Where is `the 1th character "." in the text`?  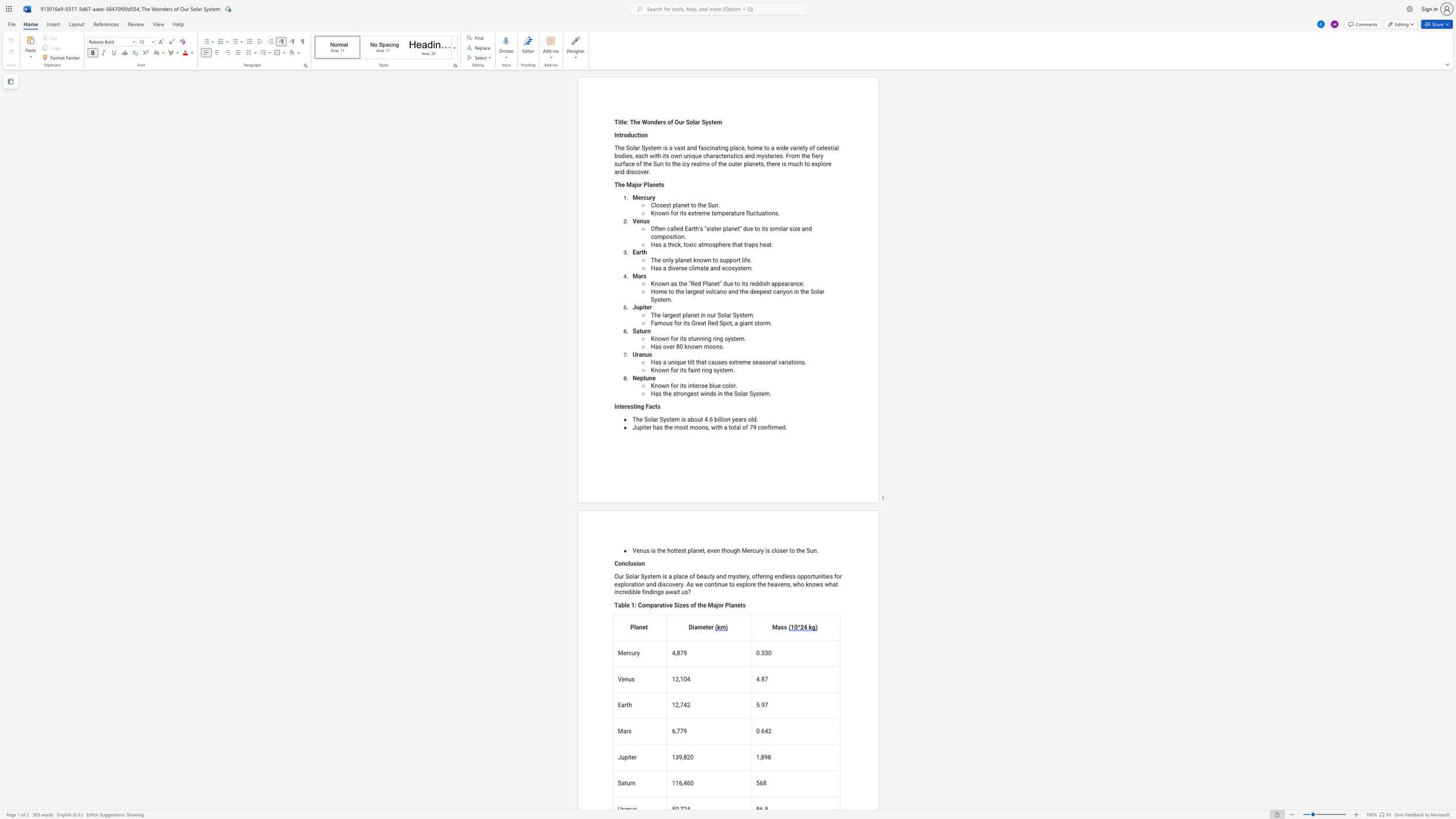 the 1th character "." in the text is located at coordinates (718, 205).